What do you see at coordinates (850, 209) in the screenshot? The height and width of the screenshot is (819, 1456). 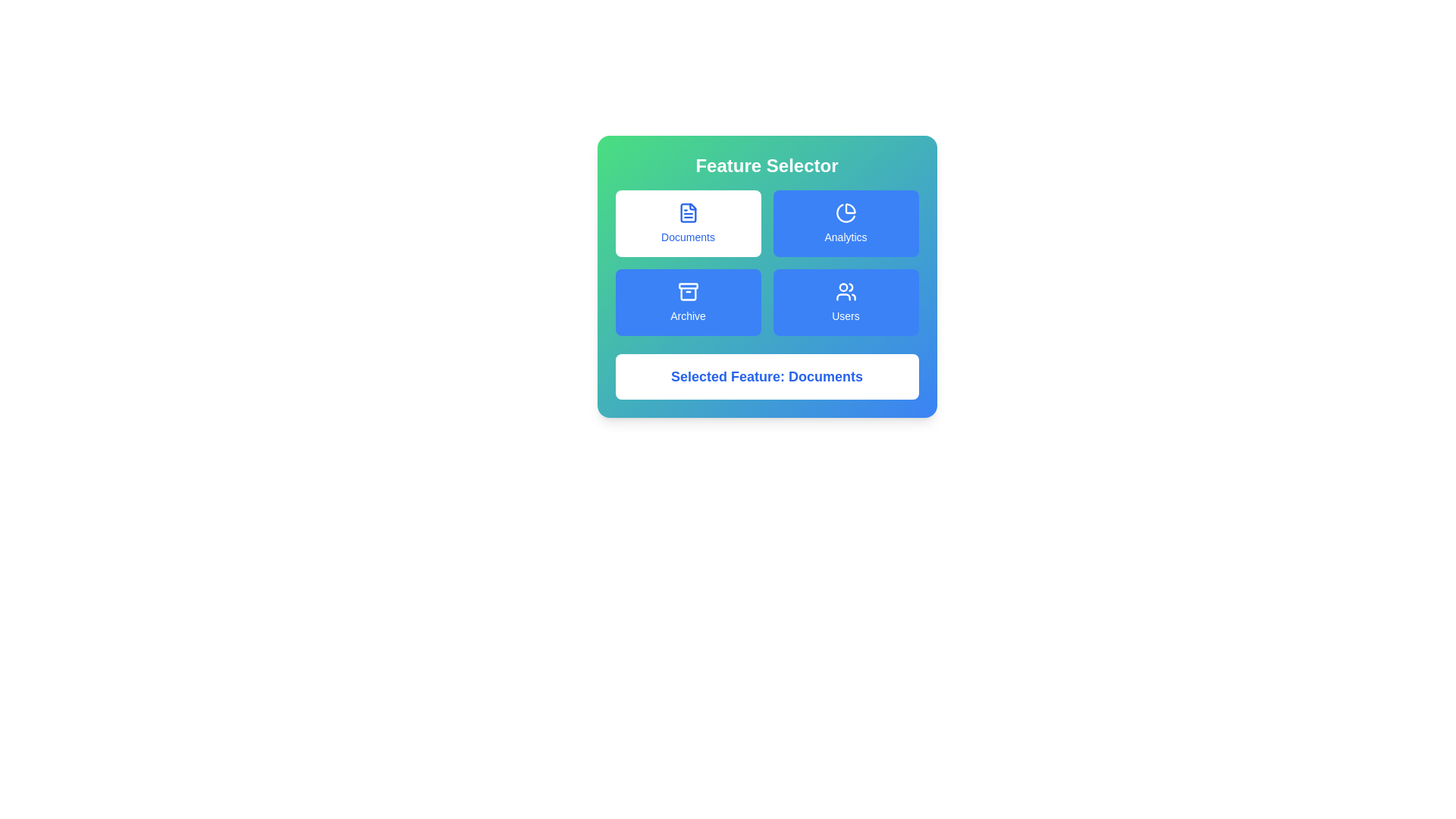 I see `the inner segment of the pie chart icon located in the top-right section of the 'Analytics' button within the 'Feature Selector' grid` at bounding box center [850, 209].